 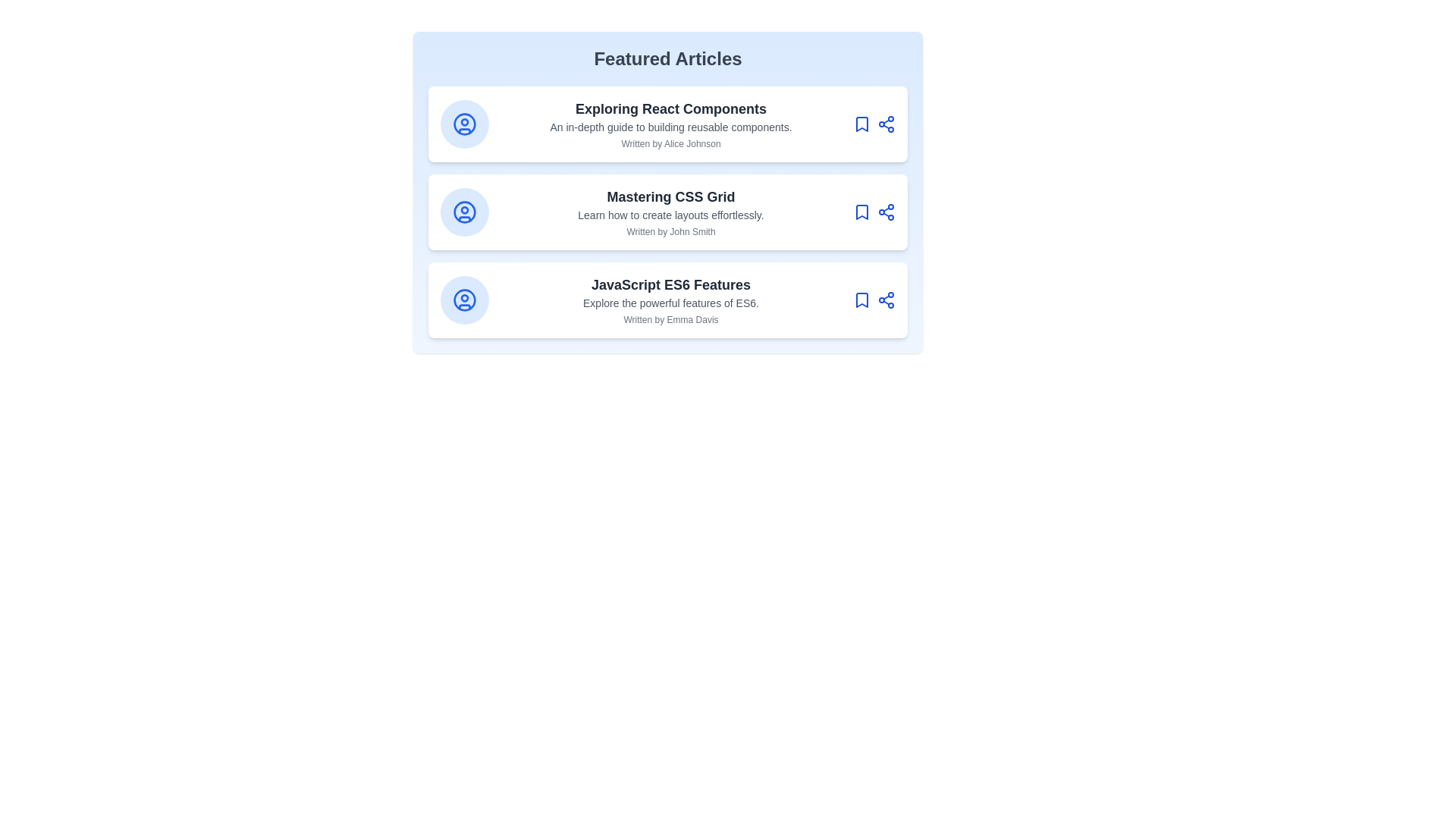 I want to click on user icon on the article card corresponding to Mastering CSS Grid, so click(x=464, y=212).